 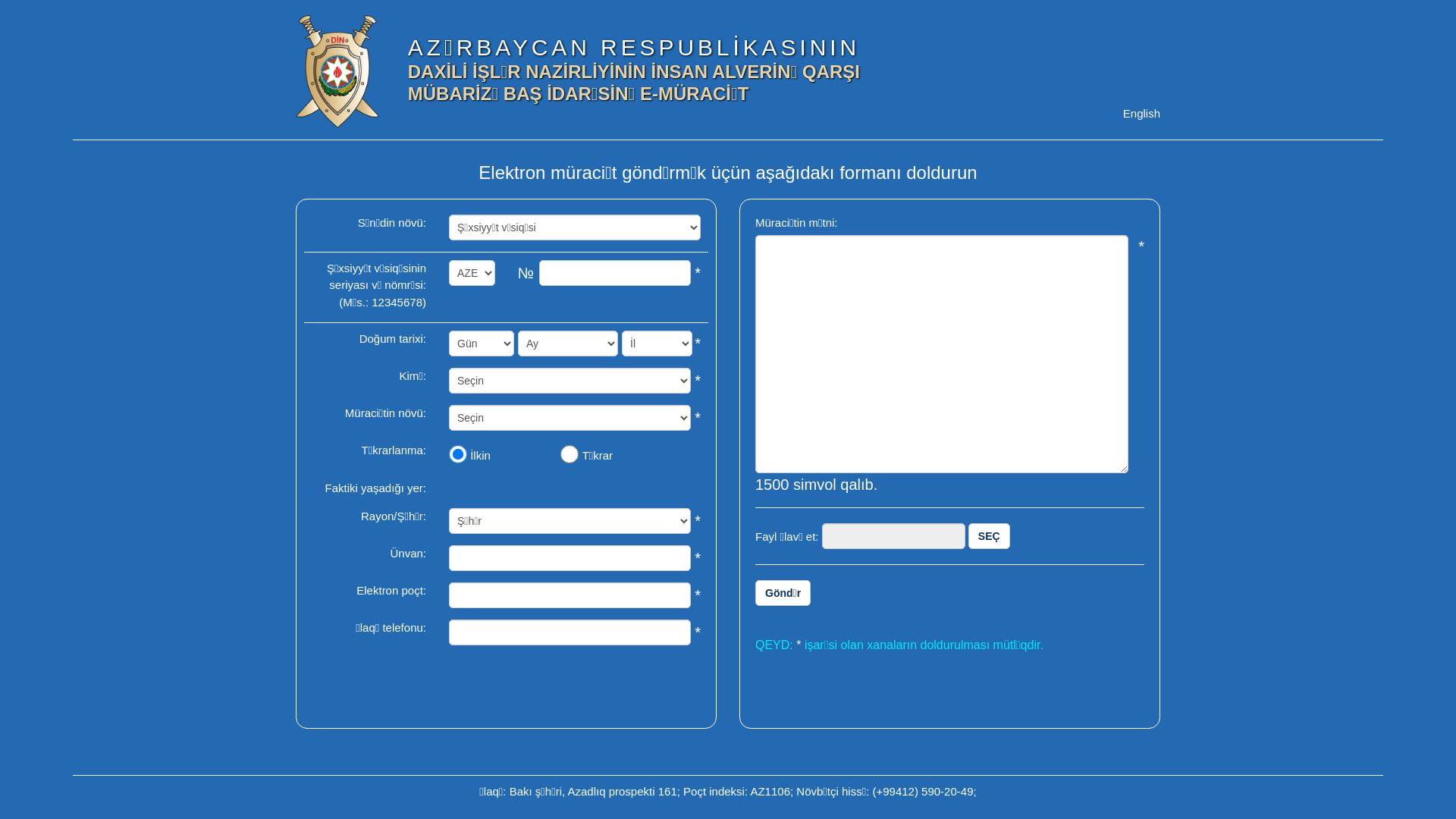 What do you see at coordinates (1141, 113) in the screenshot?
I see `'English'` at bounding box center [1141, 113].